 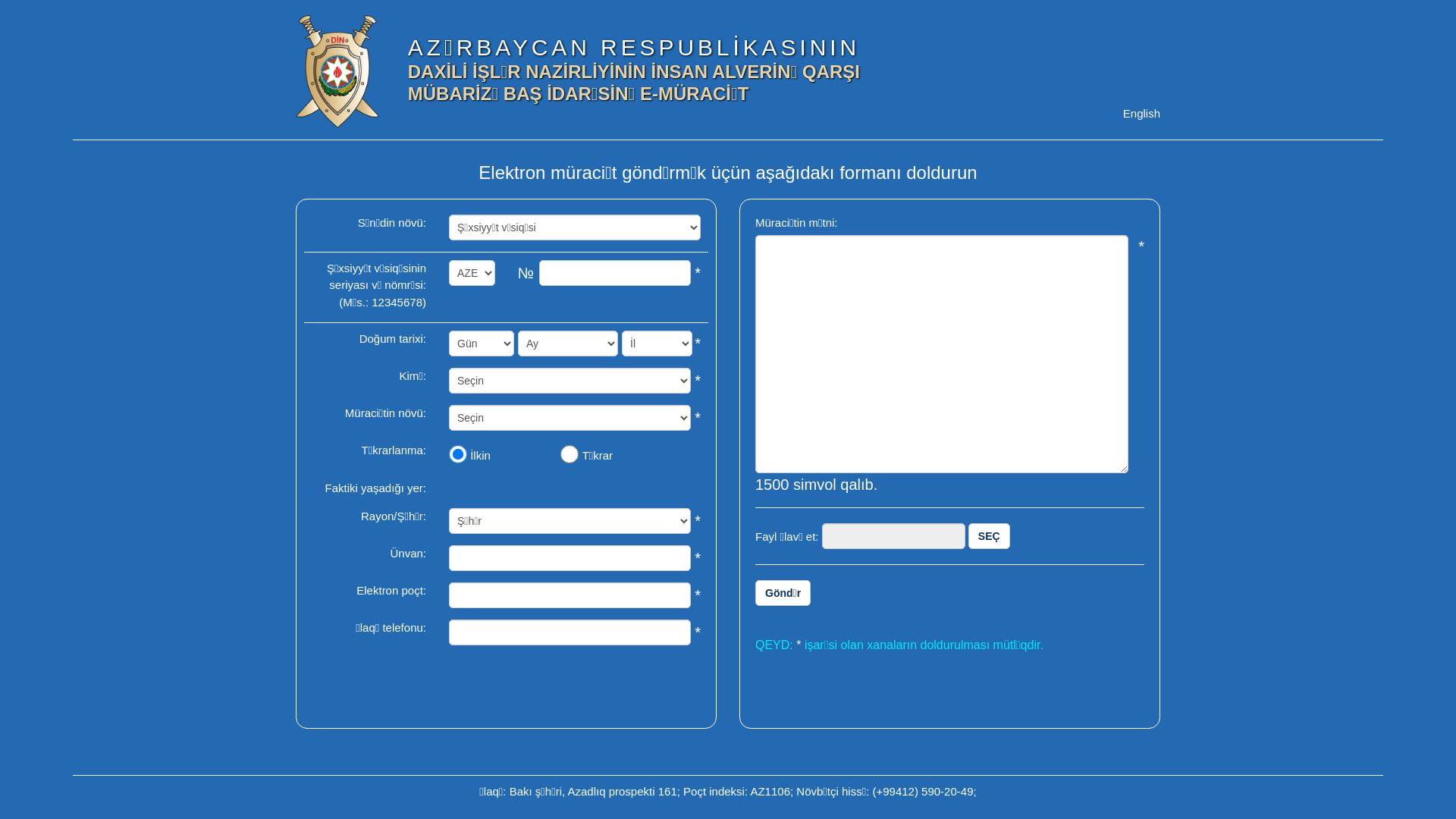 What do you see at coordinates (1141, 113) in the screenshot?
I see `'English'` at bounding box center [1141, 113].